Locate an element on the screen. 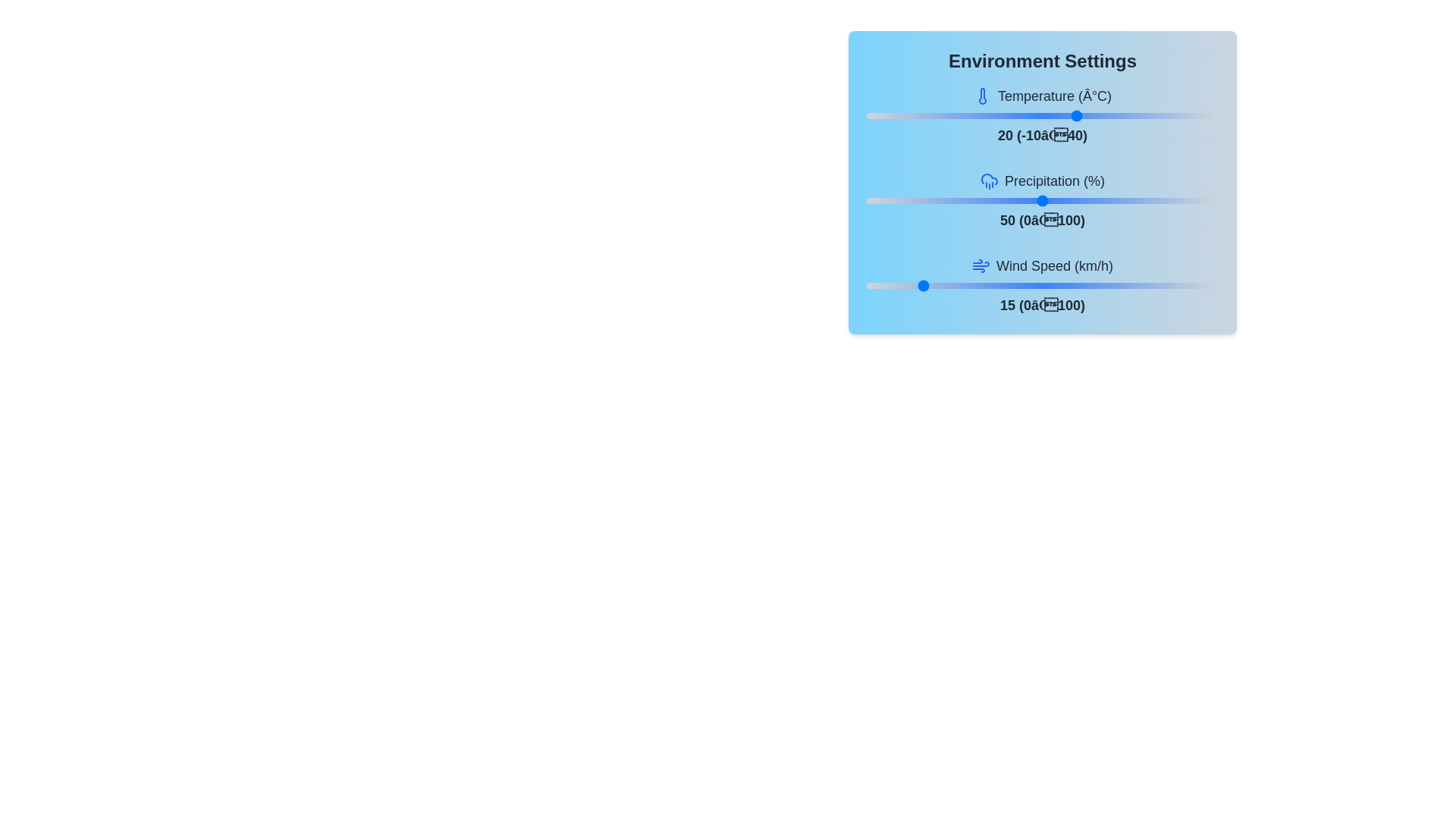  the thermometer icon located to the left of the text 'Temperature (°C)' in the 'Environment Settings' panel is located at coordinates (982, 96).